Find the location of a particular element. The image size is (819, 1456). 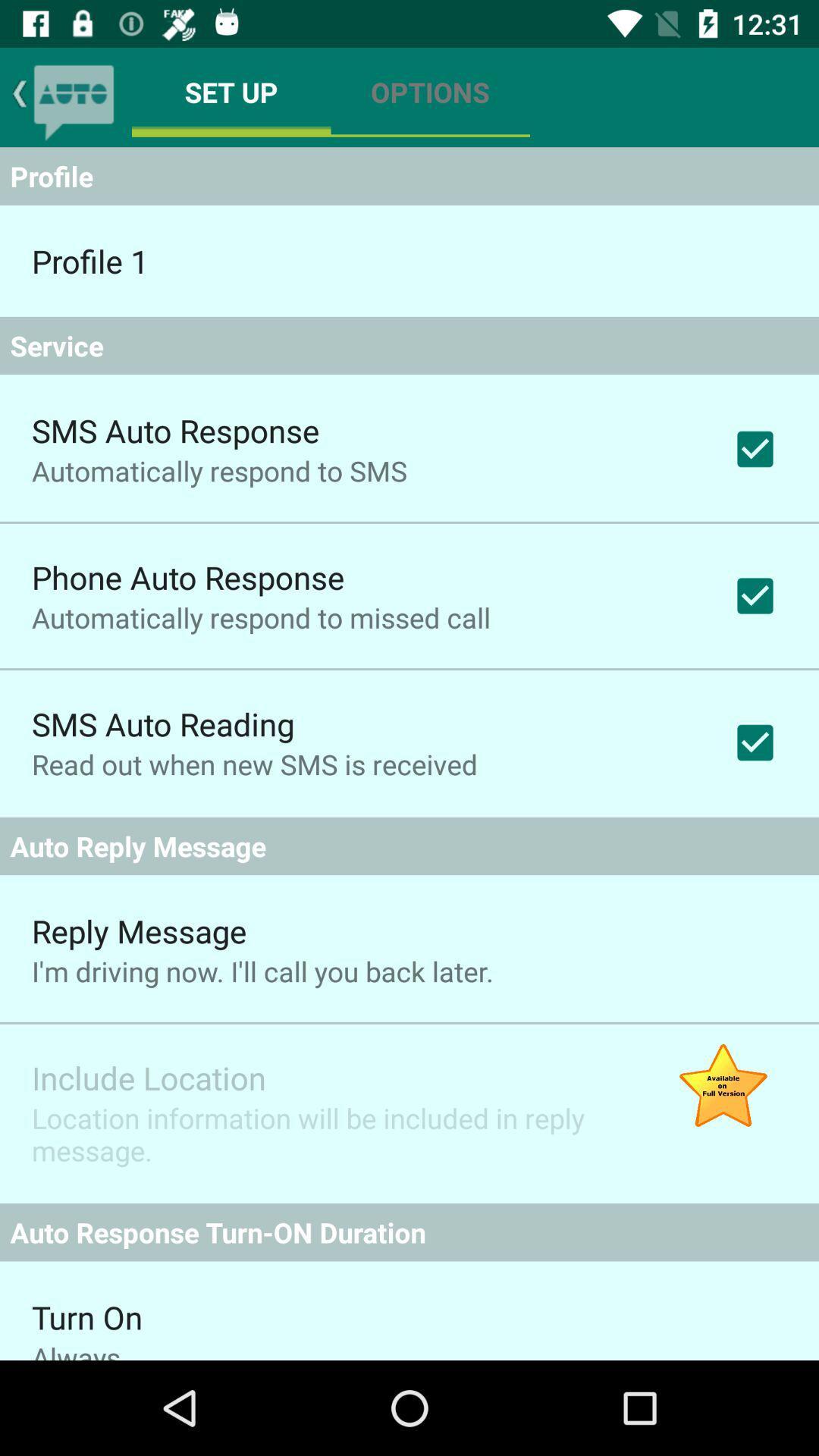

the app below the turn on item is located at coordinates (76, 1349).